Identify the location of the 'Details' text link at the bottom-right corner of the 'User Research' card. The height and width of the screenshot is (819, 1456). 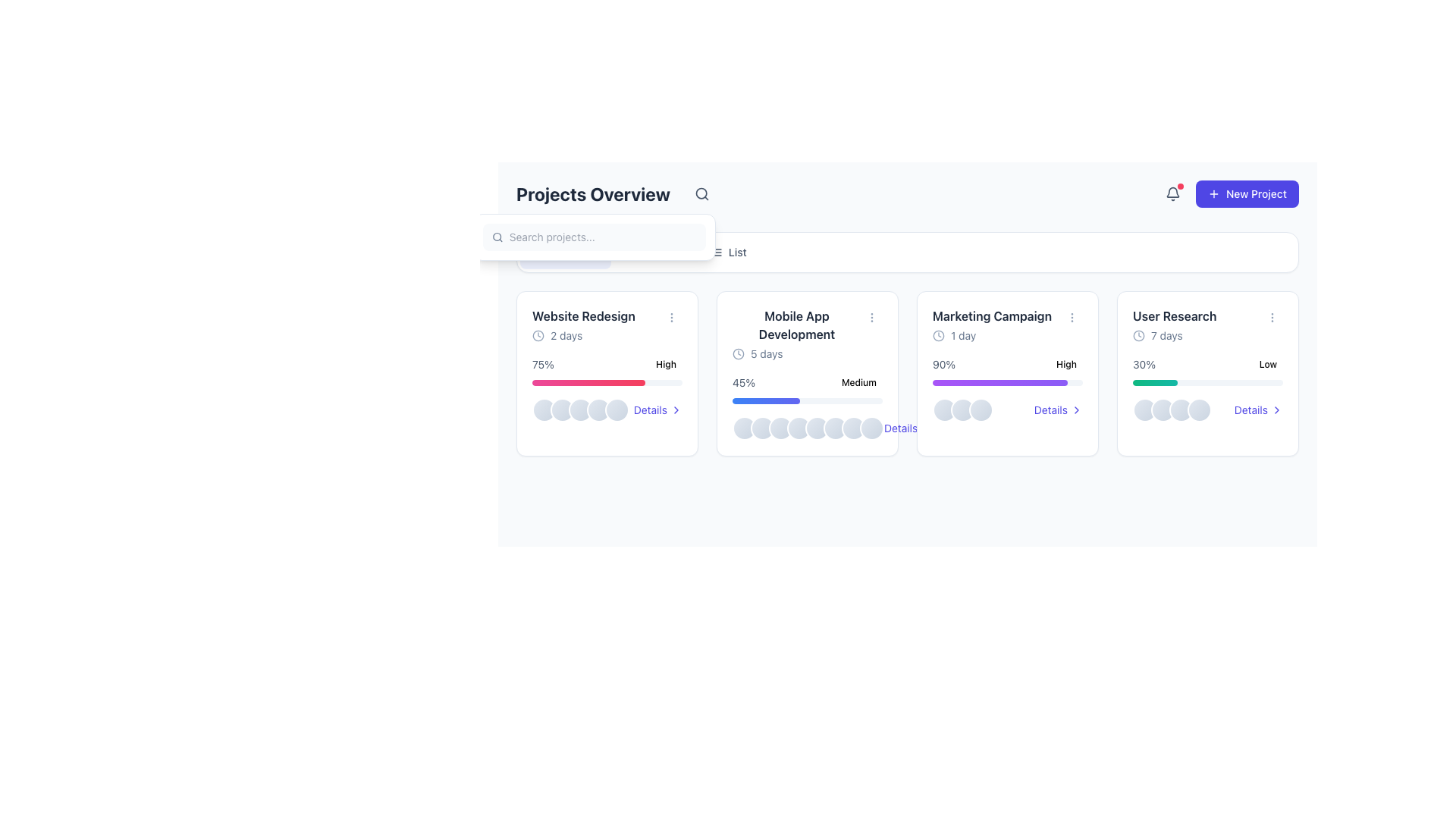
(1250, 409).